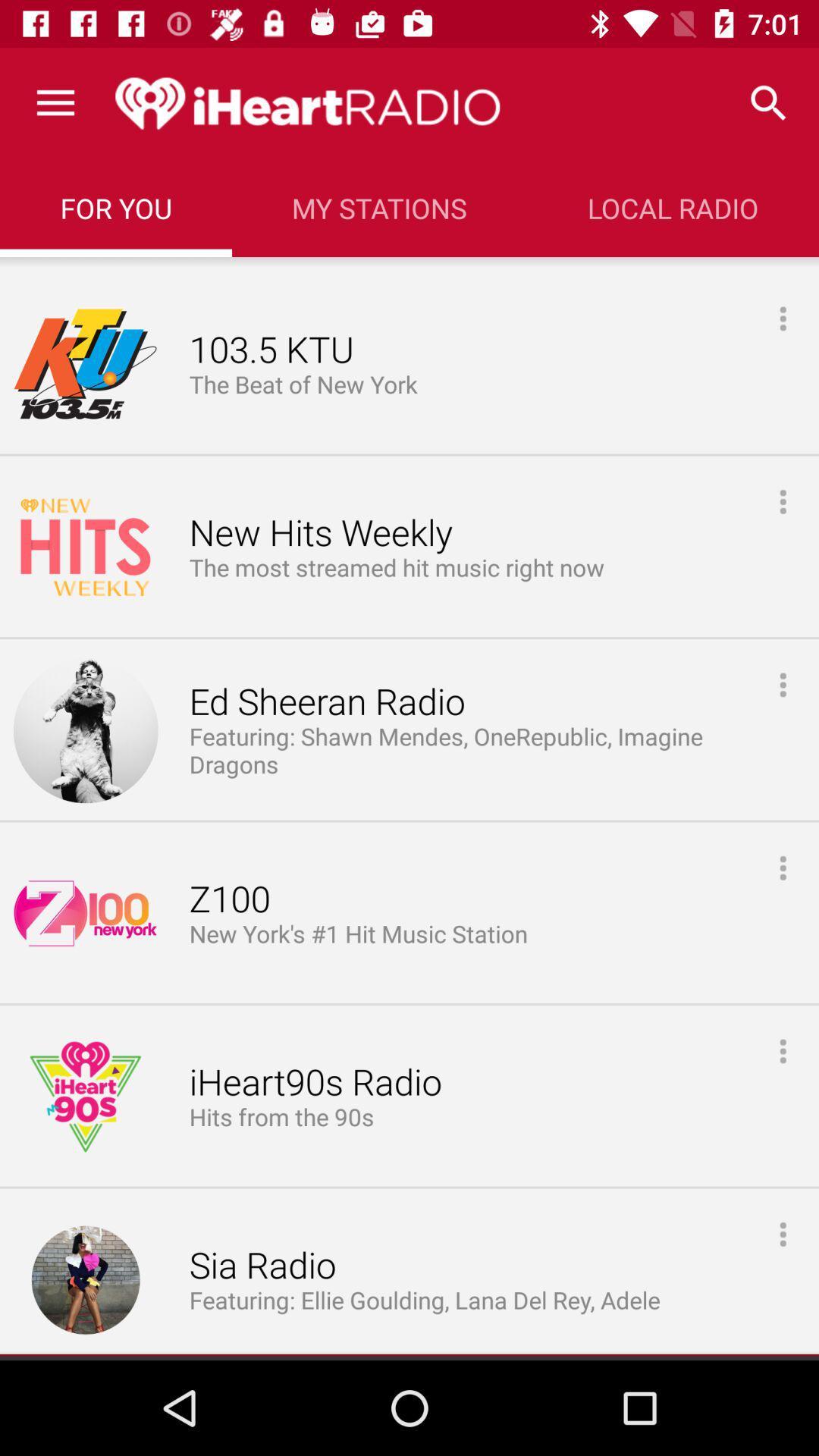 The image size is (819, 1456). I want to click on icon next to my stations, so click(769, 102).